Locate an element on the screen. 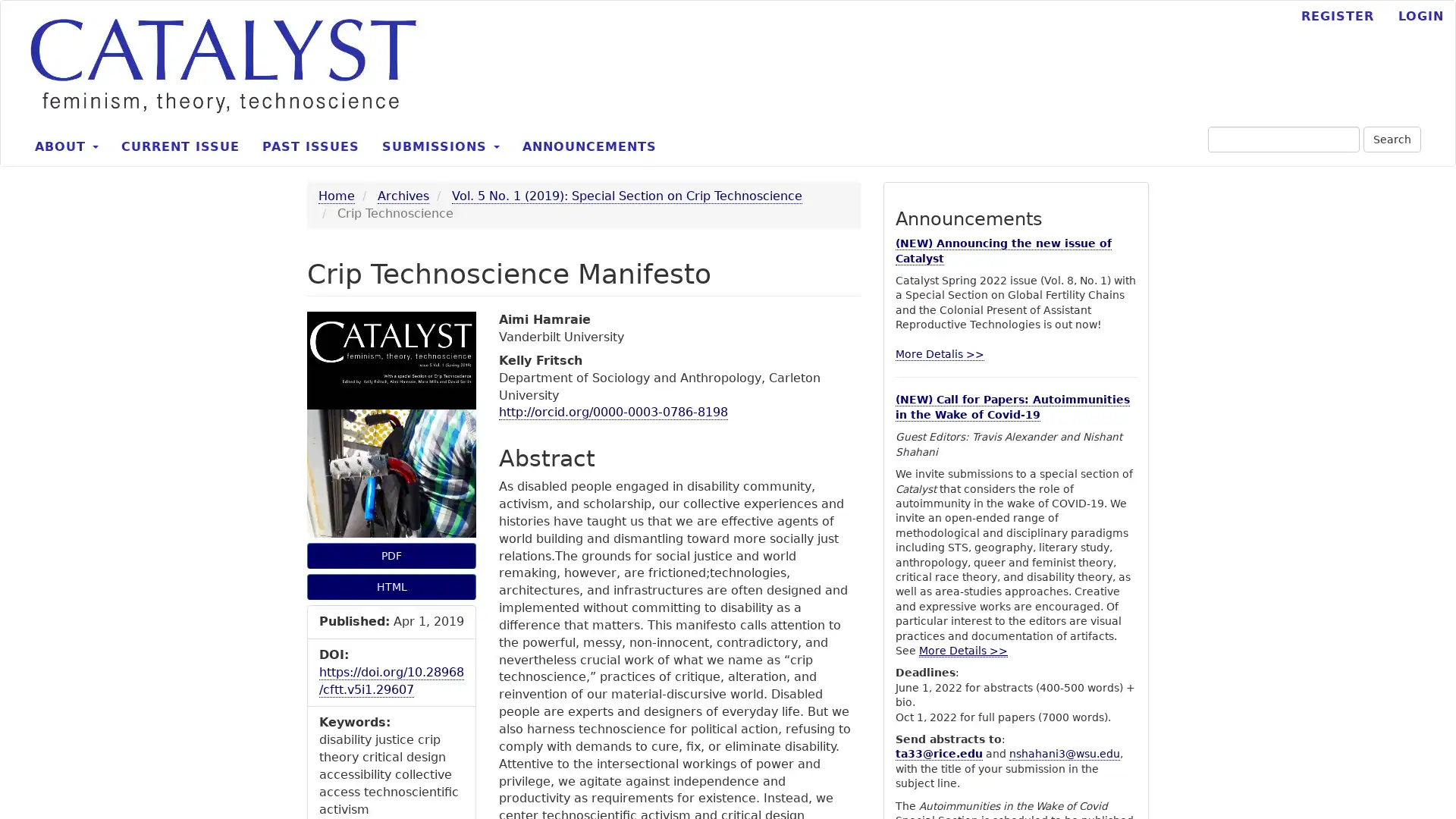 This screenshot has height=819, width=1456. PDF is located at coordinates (391, 555).